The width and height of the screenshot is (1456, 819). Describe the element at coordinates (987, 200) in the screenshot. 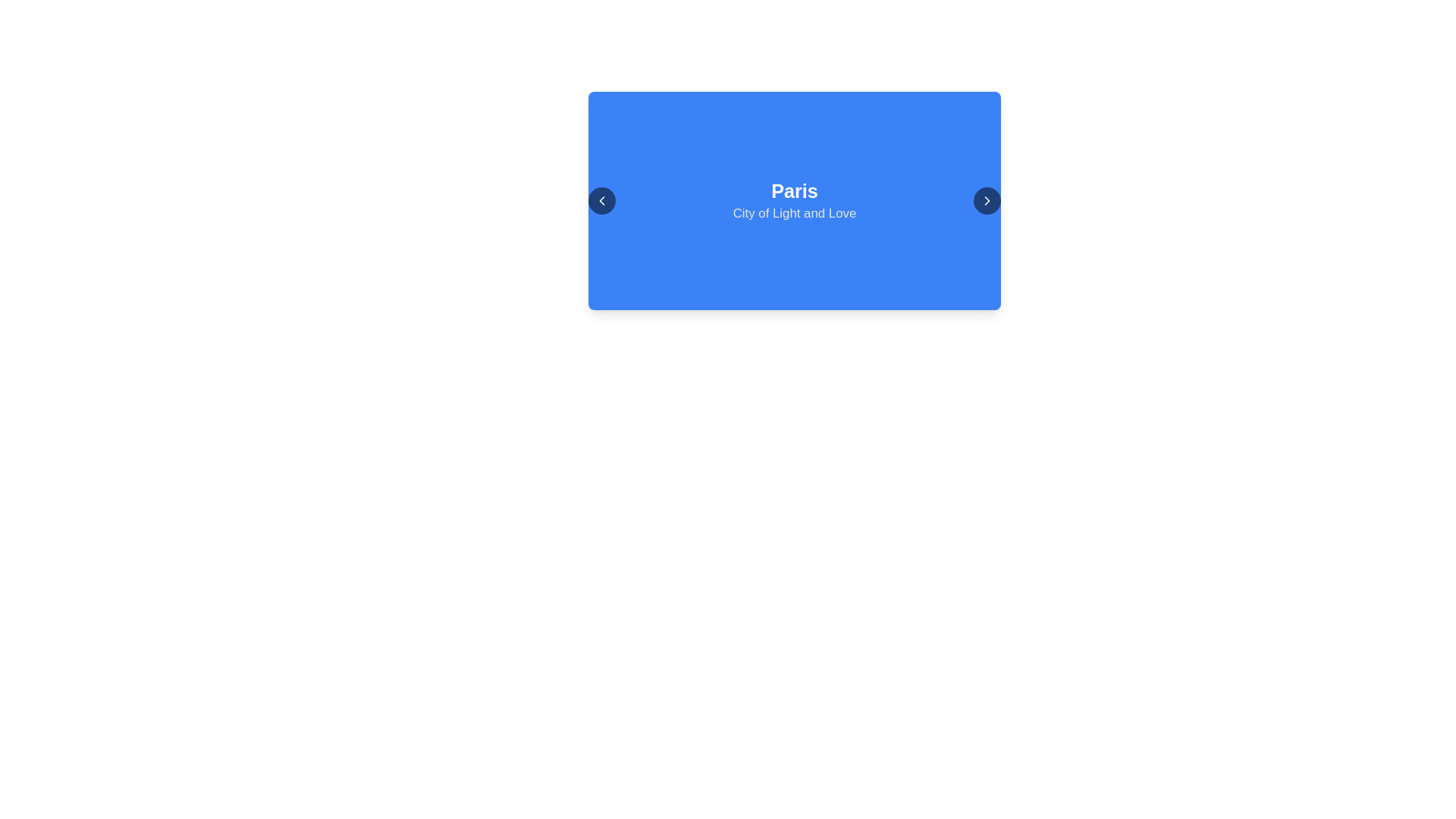

I see `the navigation arrow button located at the right boundary of the 'Paris' card to potentially display a tooltip` at that location.